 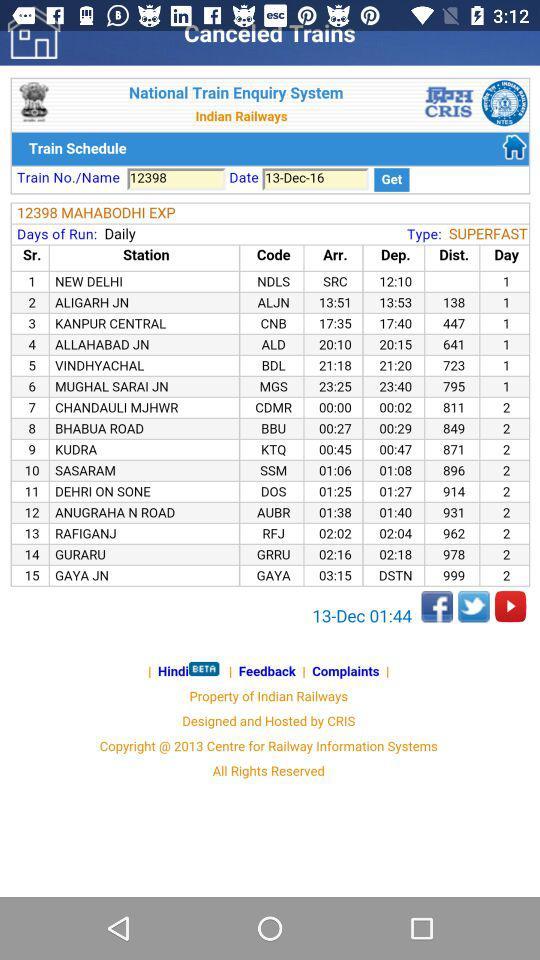 What do you see at coordinates (33, 31) in the screenshot?
I see `the home icon` at bounding box center [33, 31].